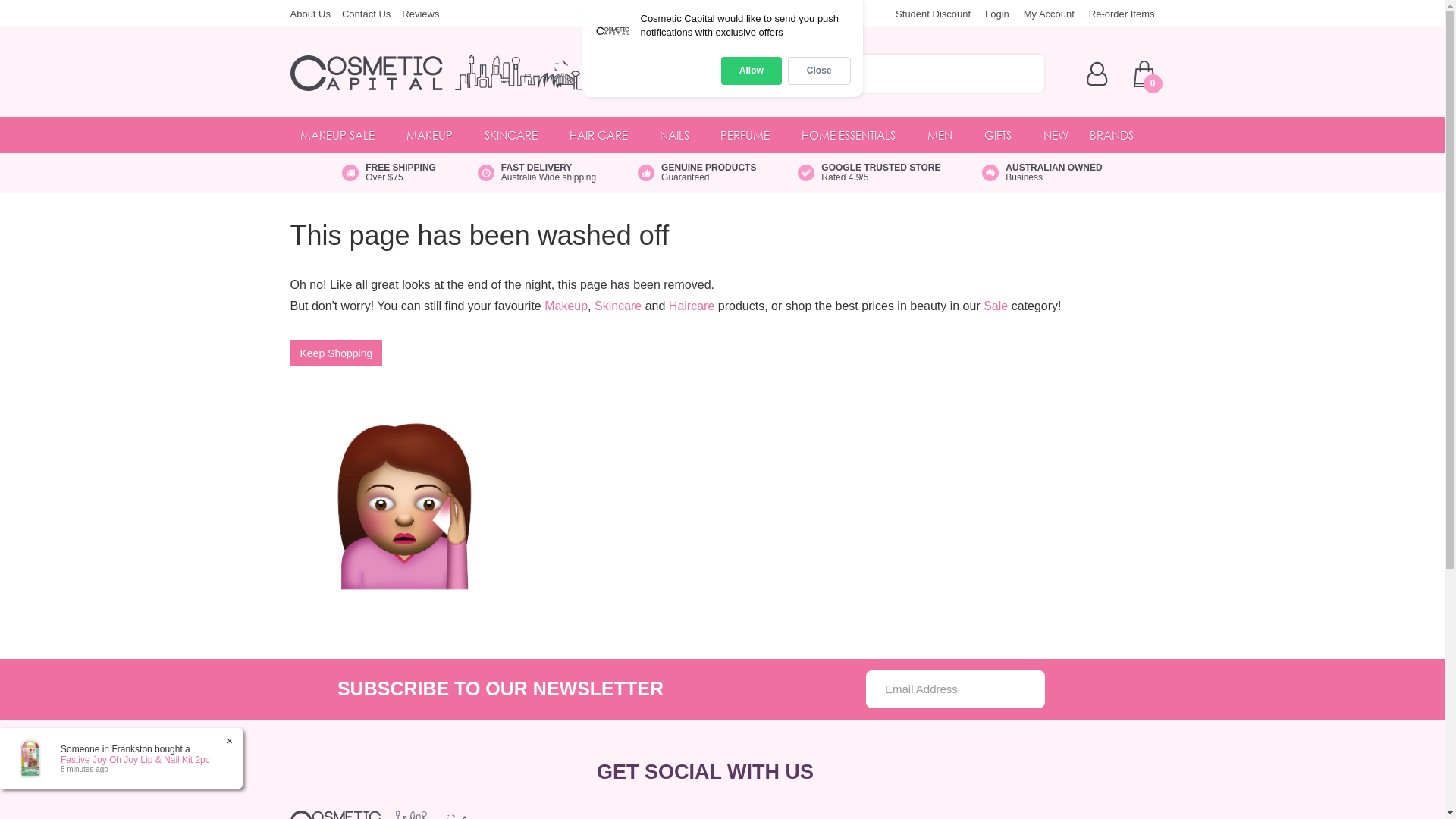  What do you see at coordinates (516, 133) in the screenshot?
I see `'SKINCARE'` at bounding box center [516, 133].